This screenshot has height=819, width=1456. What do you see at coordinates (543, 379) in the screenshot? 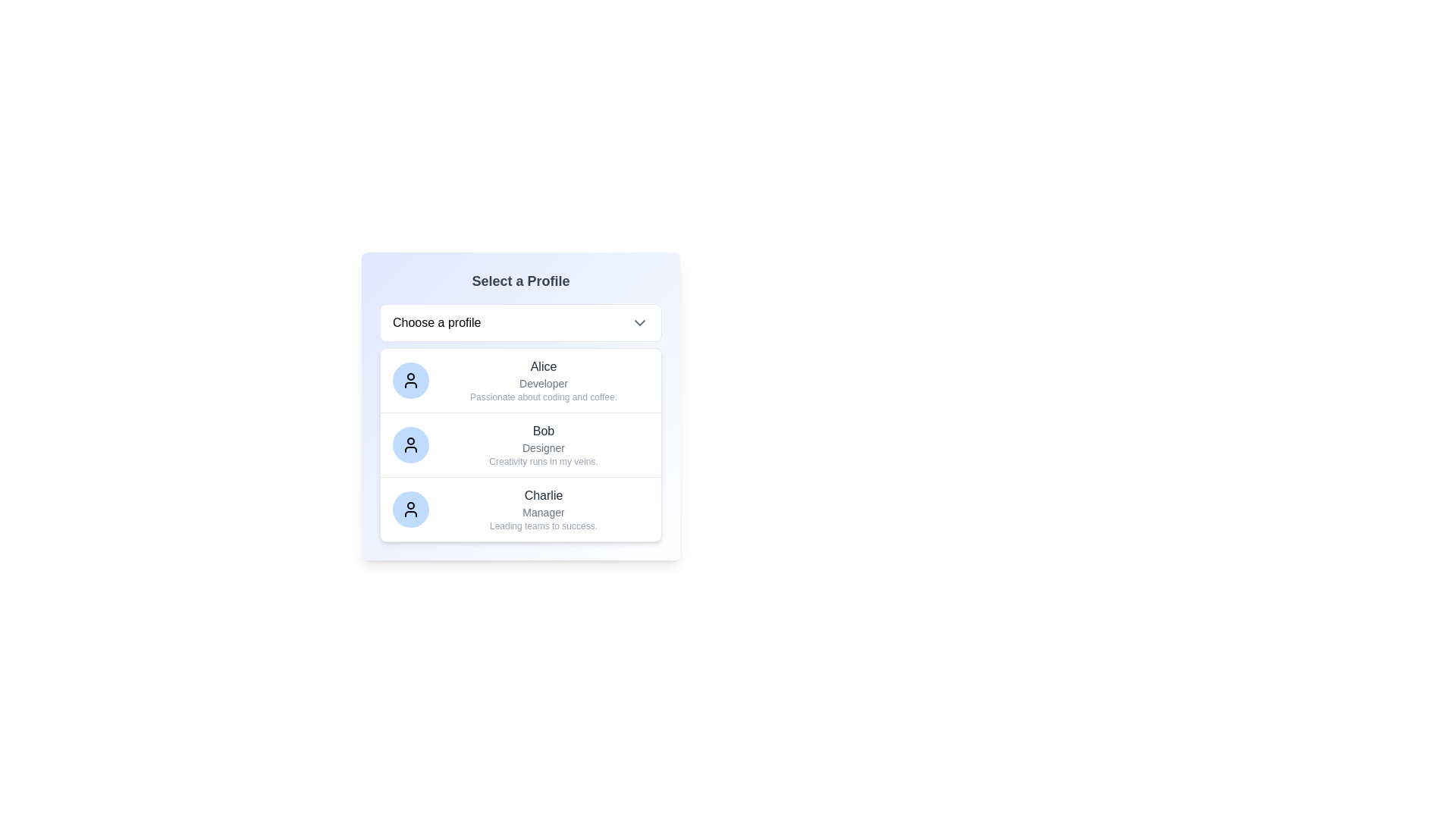
I see `the text block displaying 'Alice', 'Developer', and 'Passionate about coding and coffee.'` at bounding box center [543, 379].